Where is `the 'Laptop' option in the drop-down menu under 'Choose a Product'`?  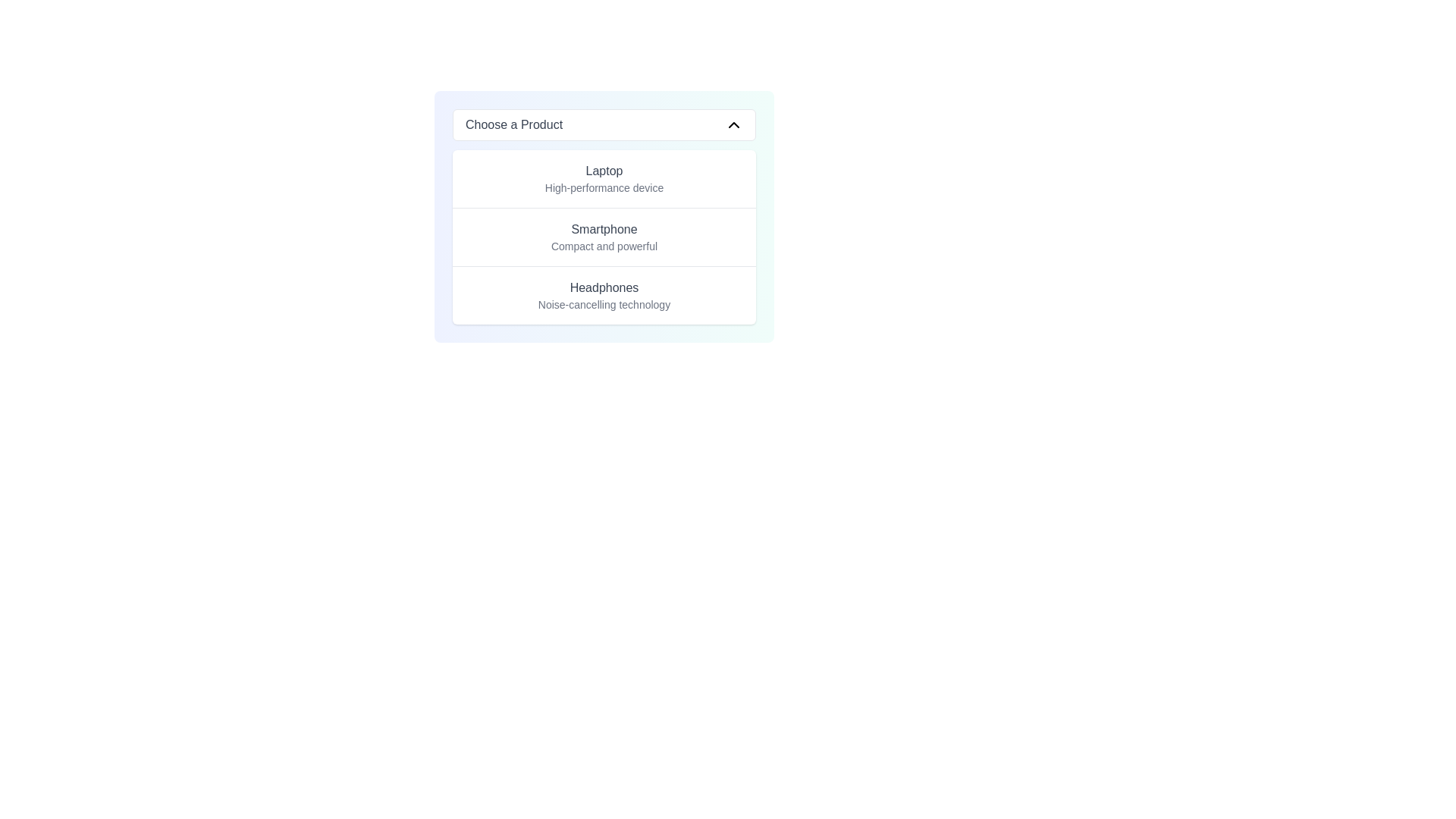 the 'Laptop' option in the drop-down menu under 'Choose a Product' is located at coordinates (603, 171).